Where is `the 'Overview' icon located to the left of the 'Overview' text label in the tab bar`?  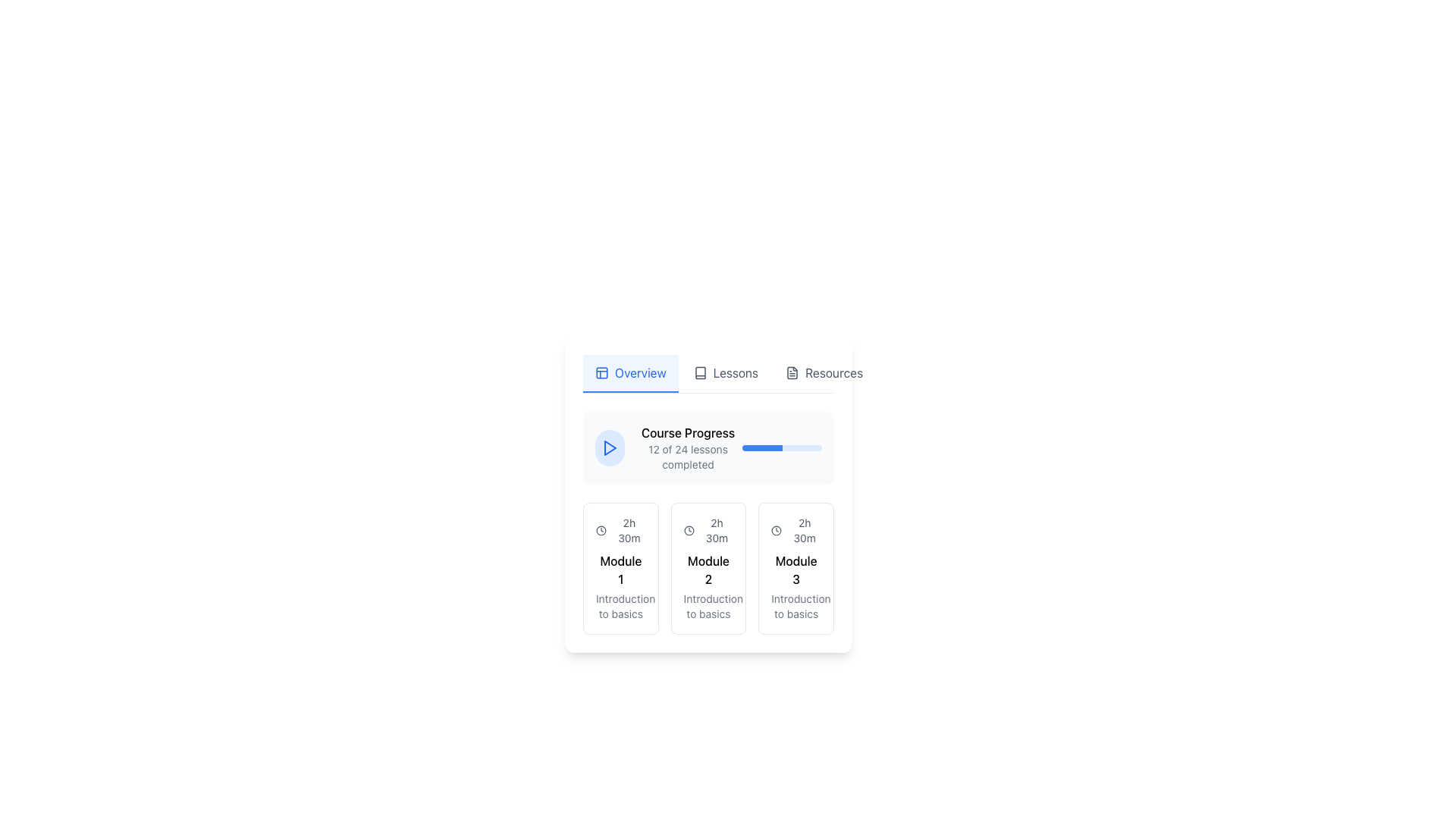
the 'Overview' icon located to the left of the 'Overview' text label in the tab bar is located at coordinates (601, 373).